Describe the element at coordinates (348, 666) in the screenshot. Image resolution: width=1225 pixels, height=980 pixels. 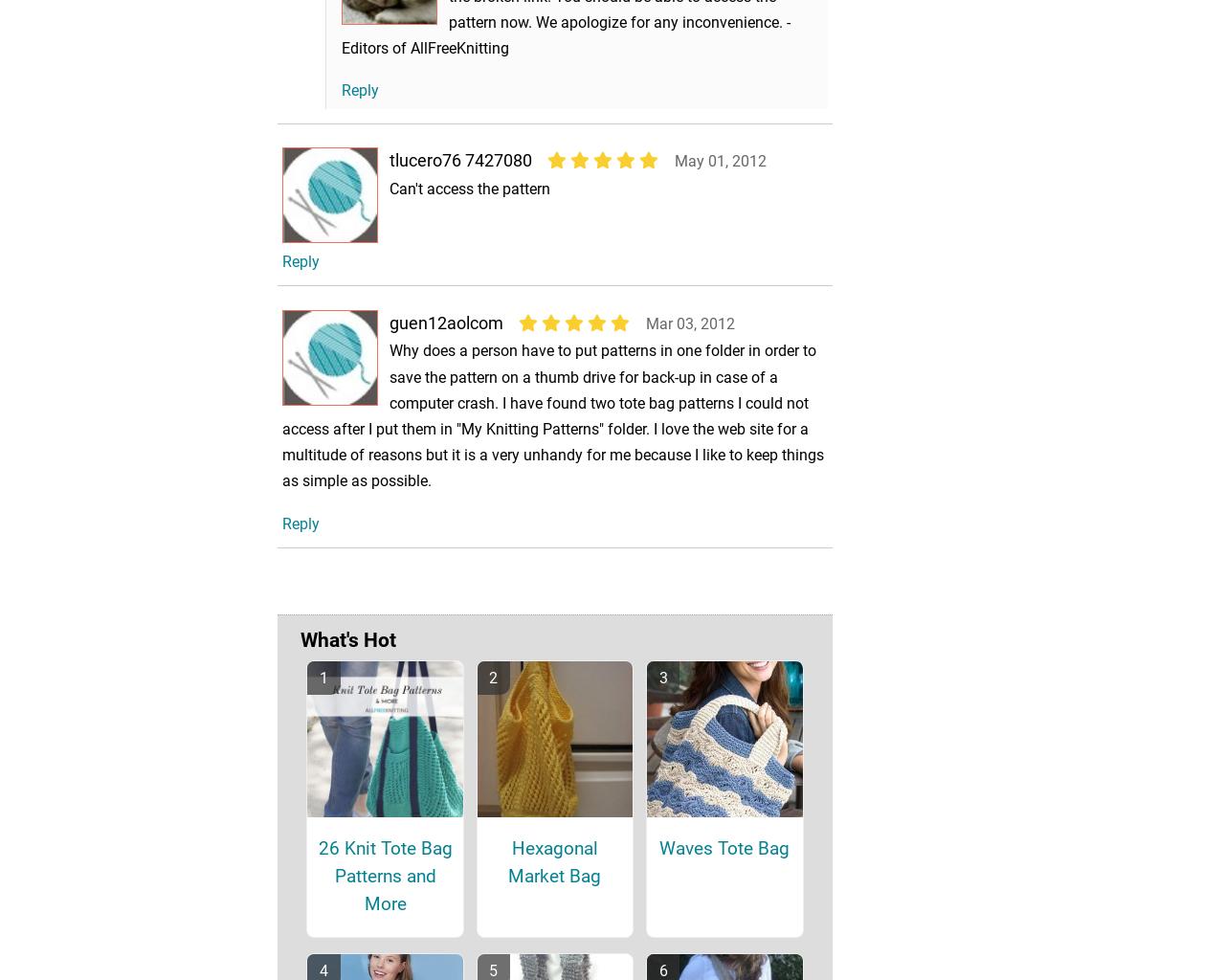
I see `'What's Hot'` at that location.